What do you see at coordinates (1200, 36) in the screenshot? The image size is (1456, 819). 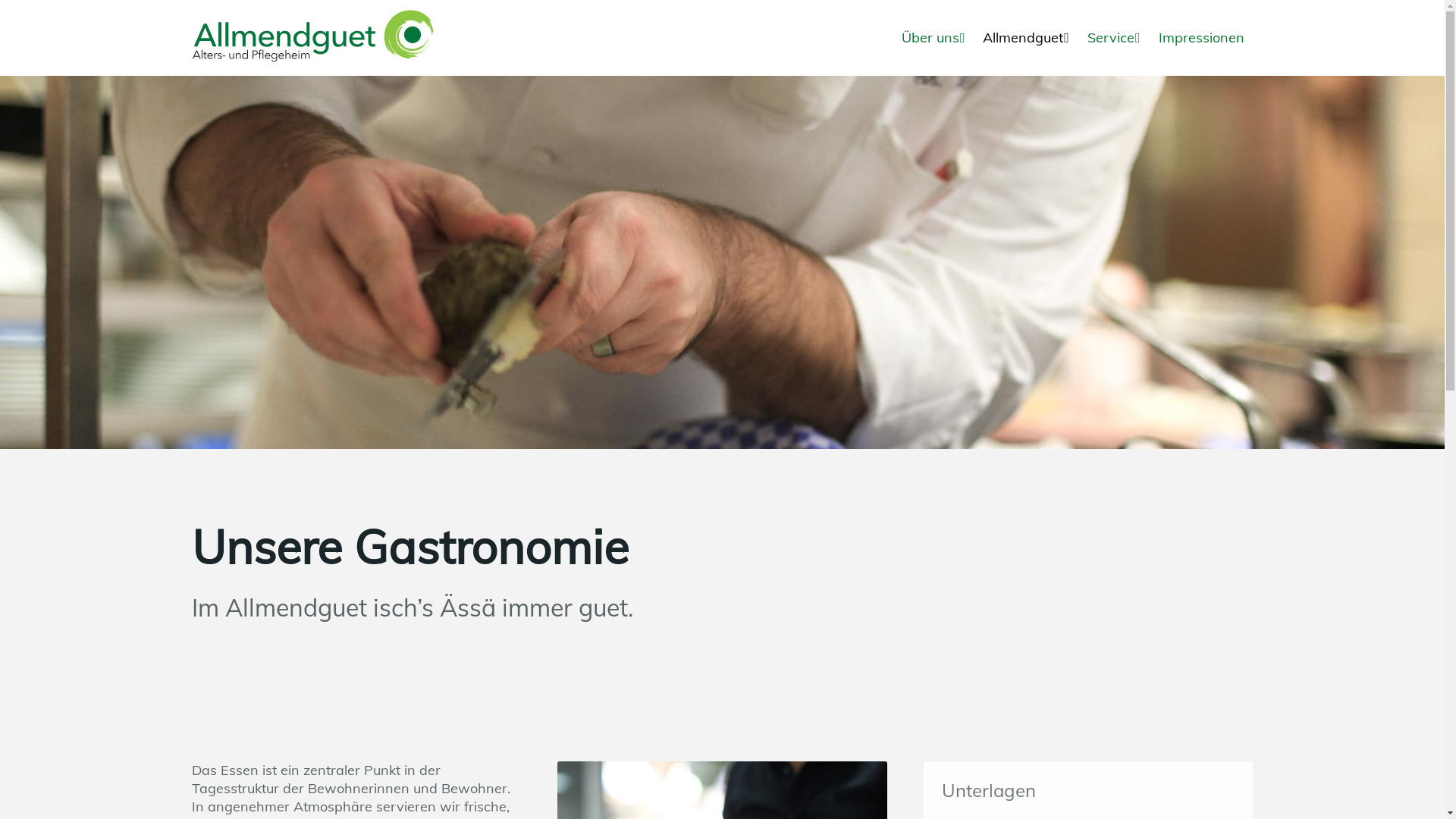 I see `'Impressionen'` at bounding box center [1200, 36].